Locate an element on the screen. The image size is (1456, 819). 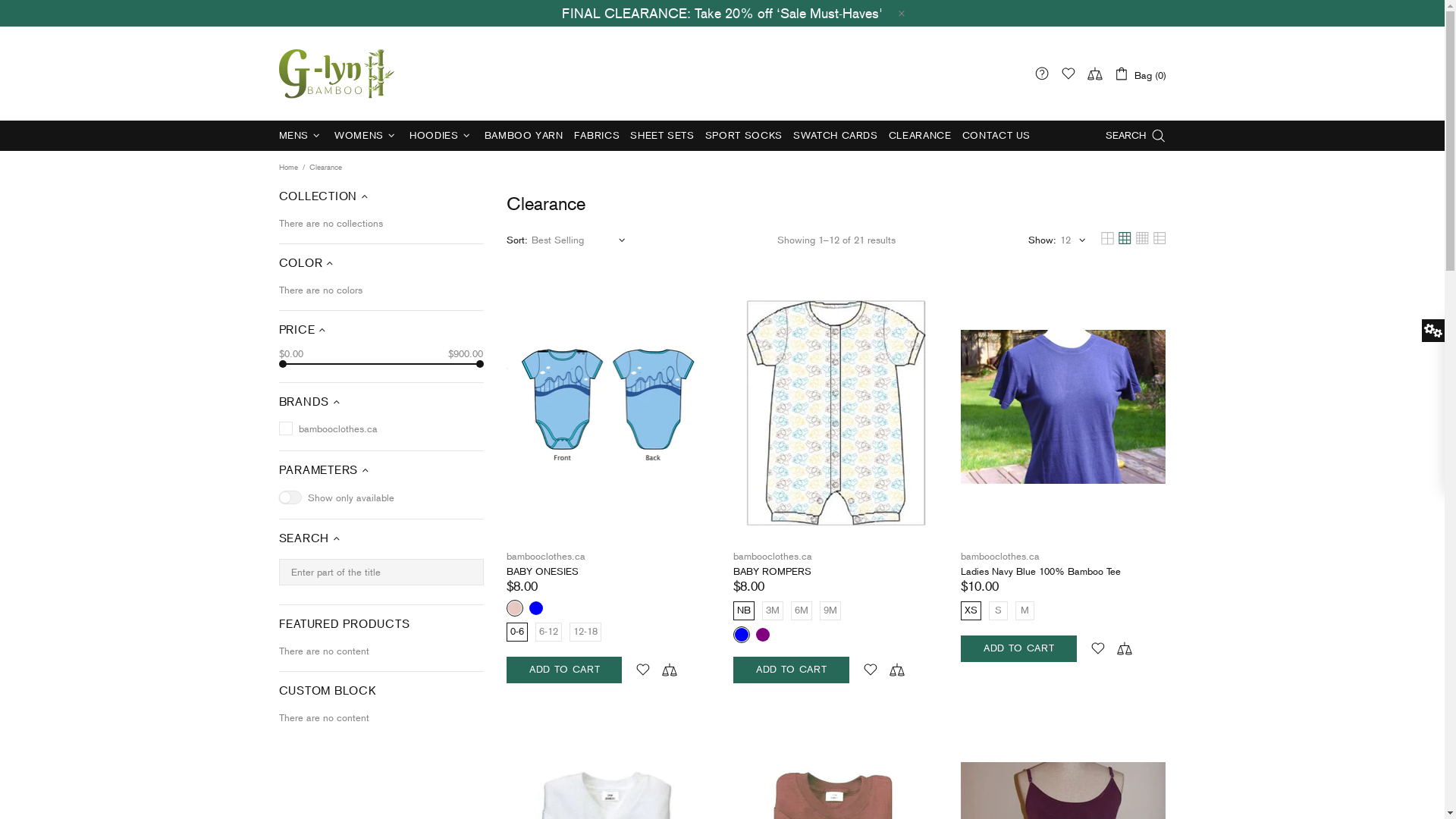
'SEARCH' is located at coordinates (1135, 134).